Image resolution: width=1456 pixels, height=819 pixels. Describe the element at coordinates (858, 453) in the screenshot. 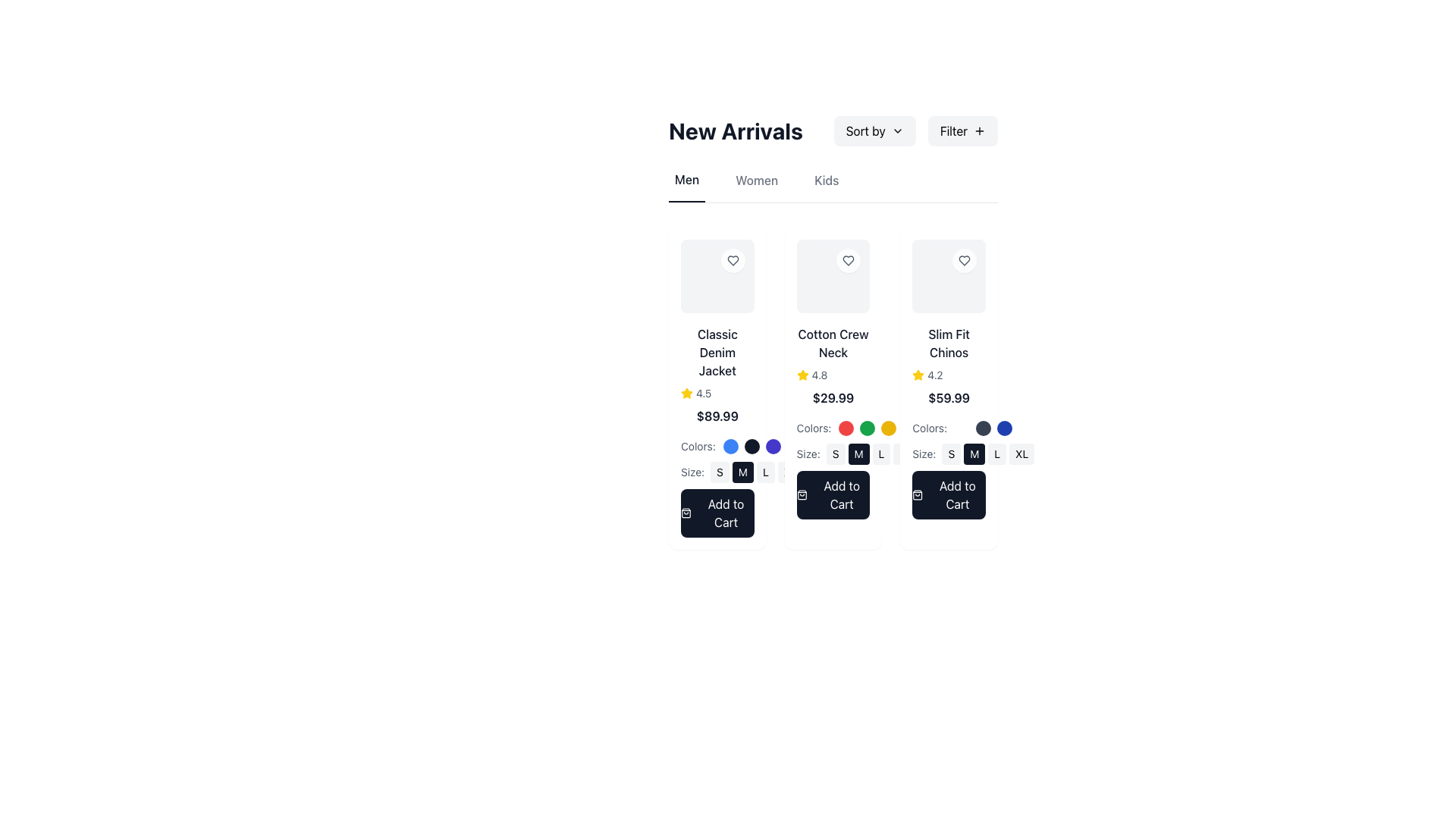

I see `the medium-sized, dark gray button with the bold, white capital letter 'M' located in the second column of the product size selection section, positioned between the 'S' and 'L' buttons` at that location.